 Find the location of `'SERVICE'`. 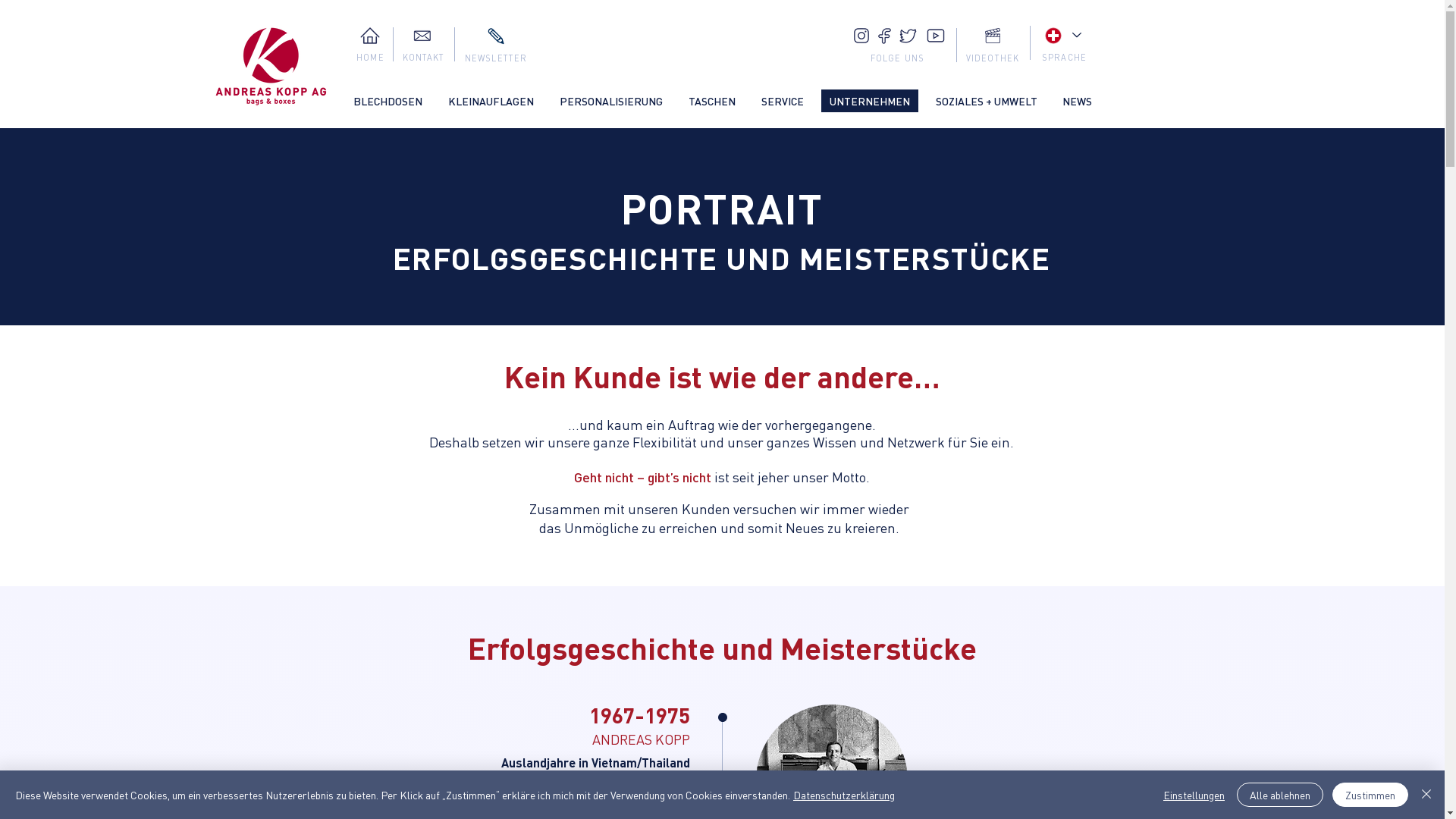

'SERVICE' is located at coordinates (782, 100).